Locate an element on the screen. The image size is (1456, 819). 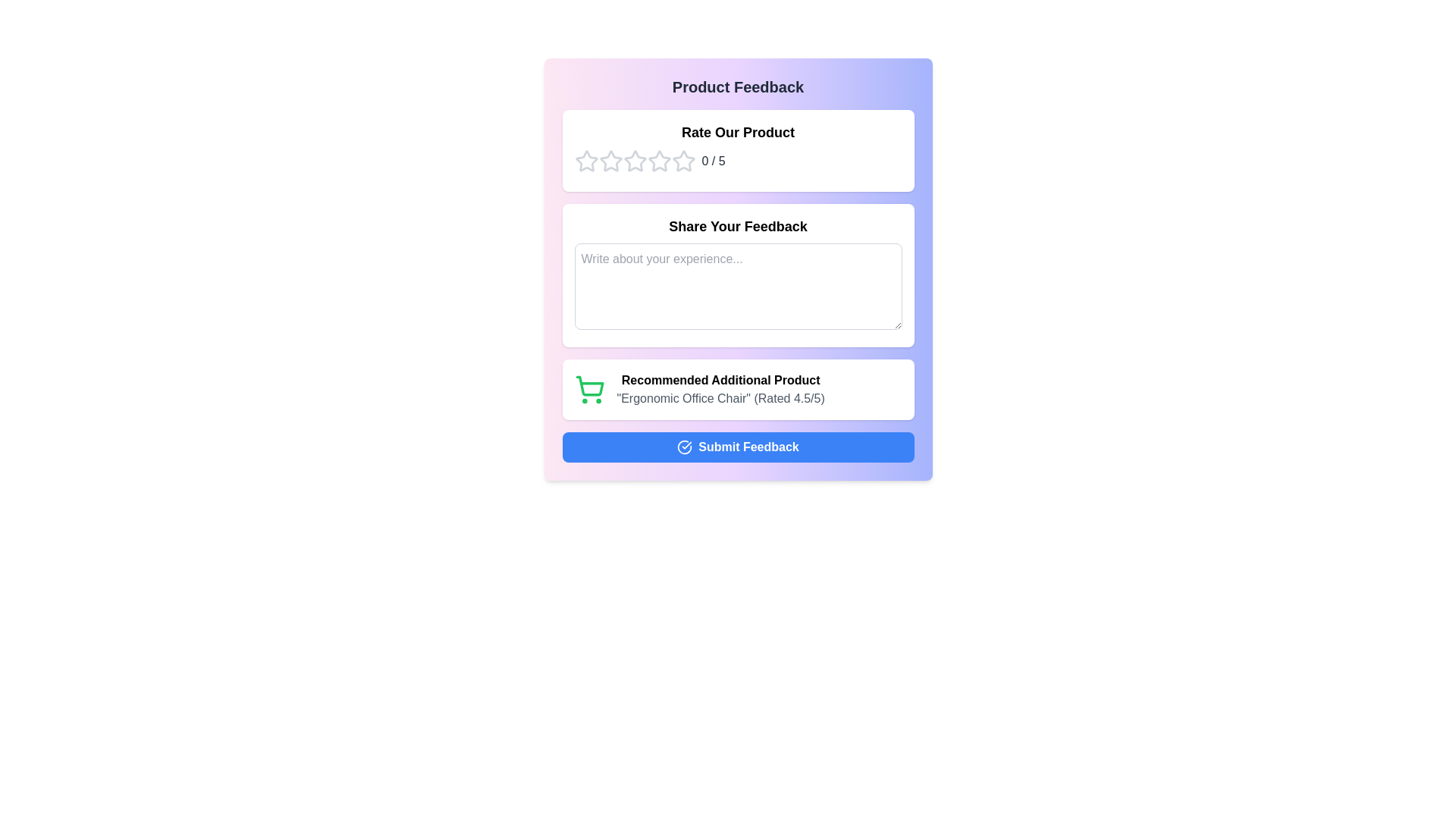
the center of the second rating star icon, which is visually styled with a white interior and a gray border is located at coordinates (682, 161).